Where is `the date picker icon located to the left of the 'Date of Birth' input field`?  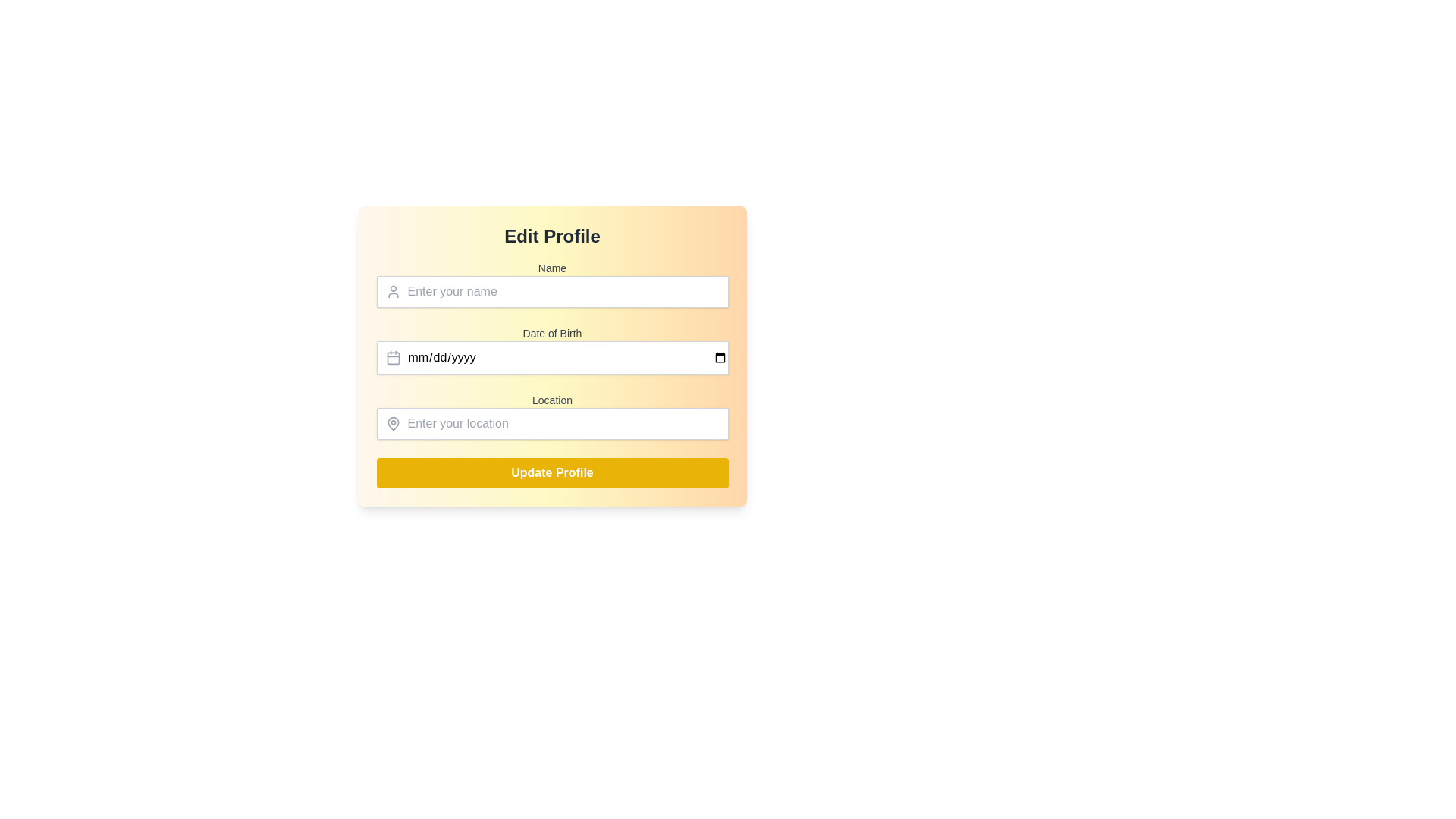 the date picker icon located to the left of the 'Date of Birth' input field is located at coordinates (393, 357).